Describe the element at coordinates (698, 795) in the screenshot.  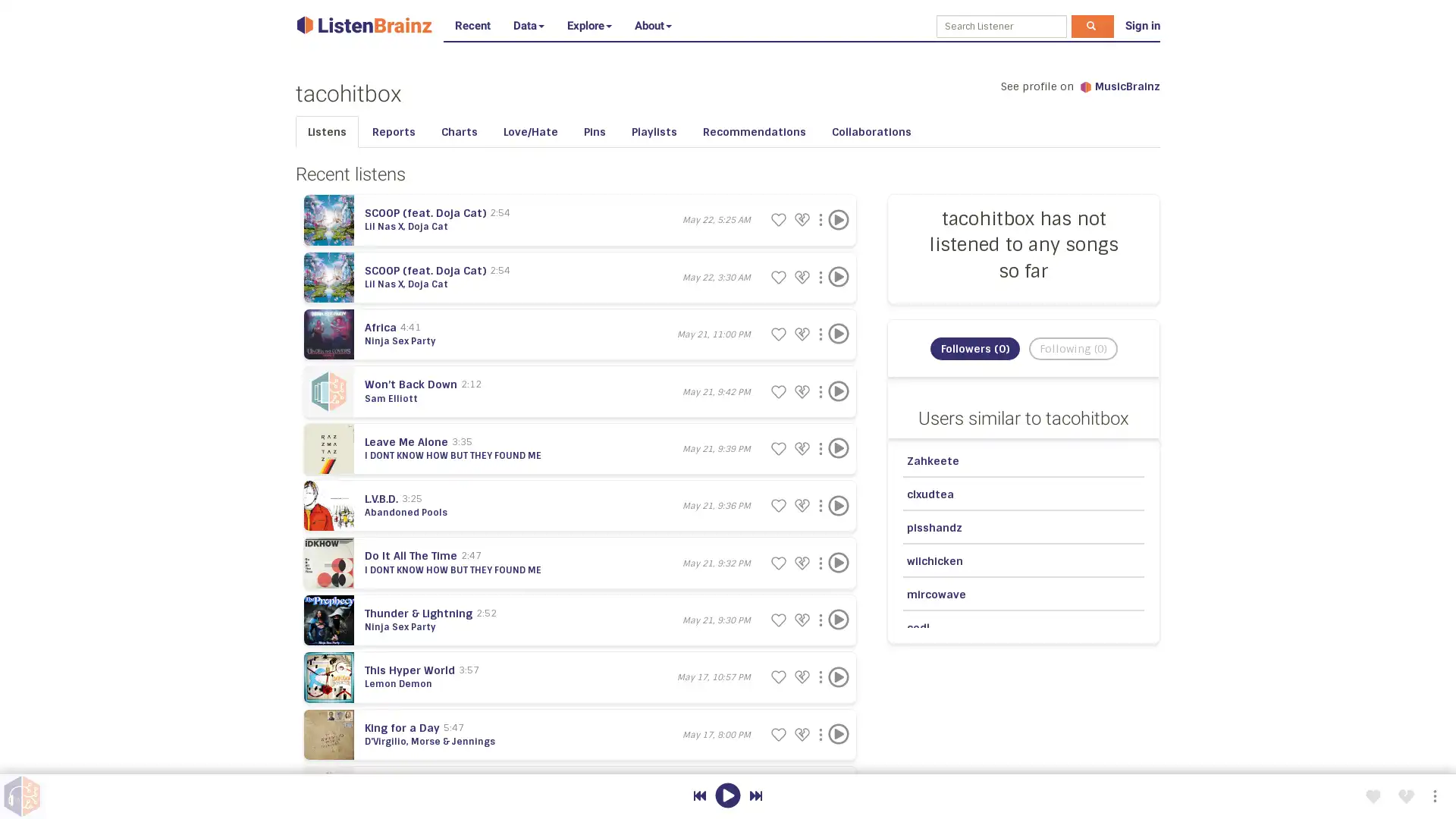
I see `Previous` at that location.